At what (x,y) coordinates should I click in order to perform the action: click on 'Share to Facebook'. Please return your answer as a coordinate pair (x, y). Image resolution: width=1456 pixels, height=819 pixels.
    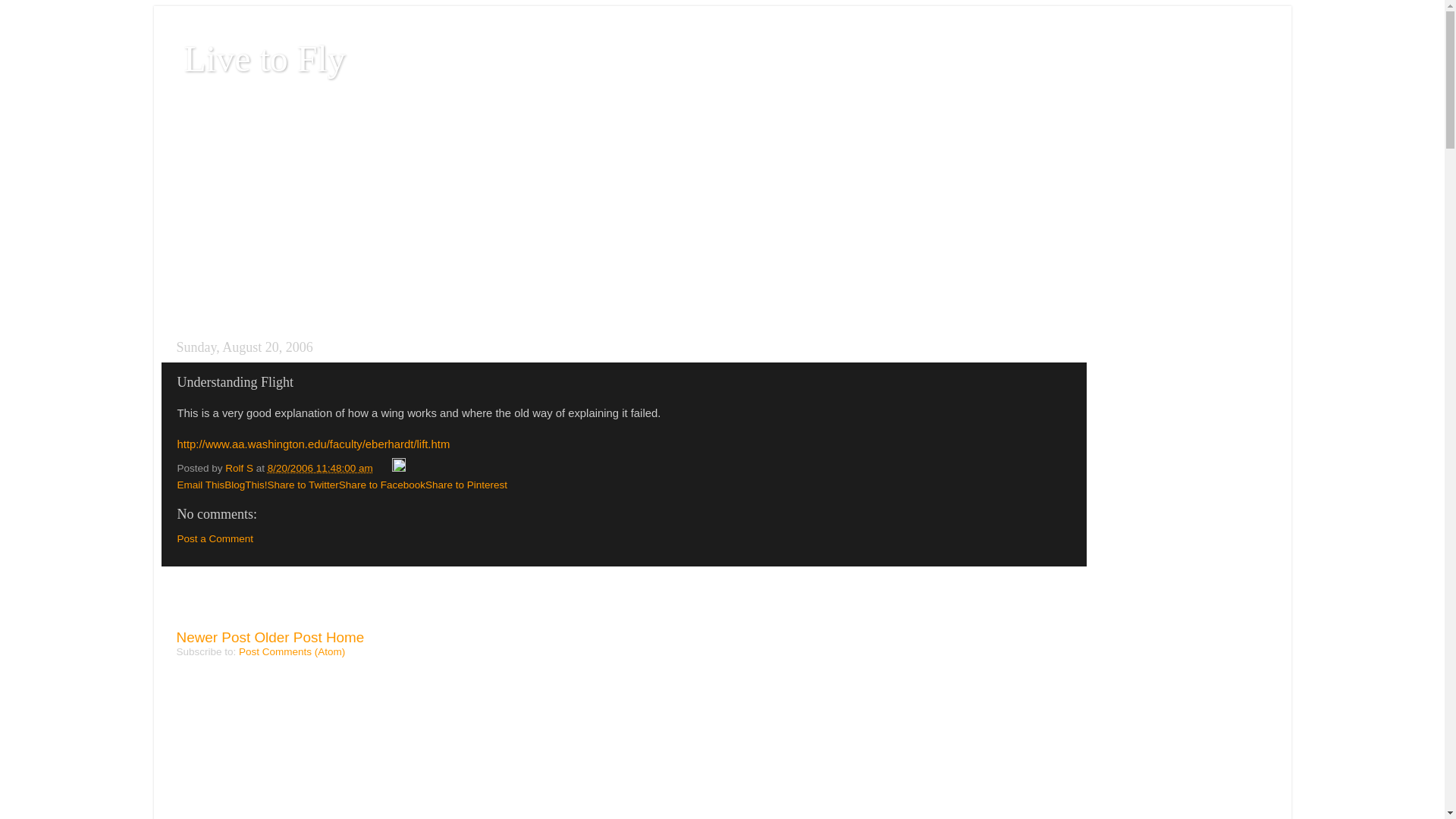
    Looking at the image, I should click on (382, 485).